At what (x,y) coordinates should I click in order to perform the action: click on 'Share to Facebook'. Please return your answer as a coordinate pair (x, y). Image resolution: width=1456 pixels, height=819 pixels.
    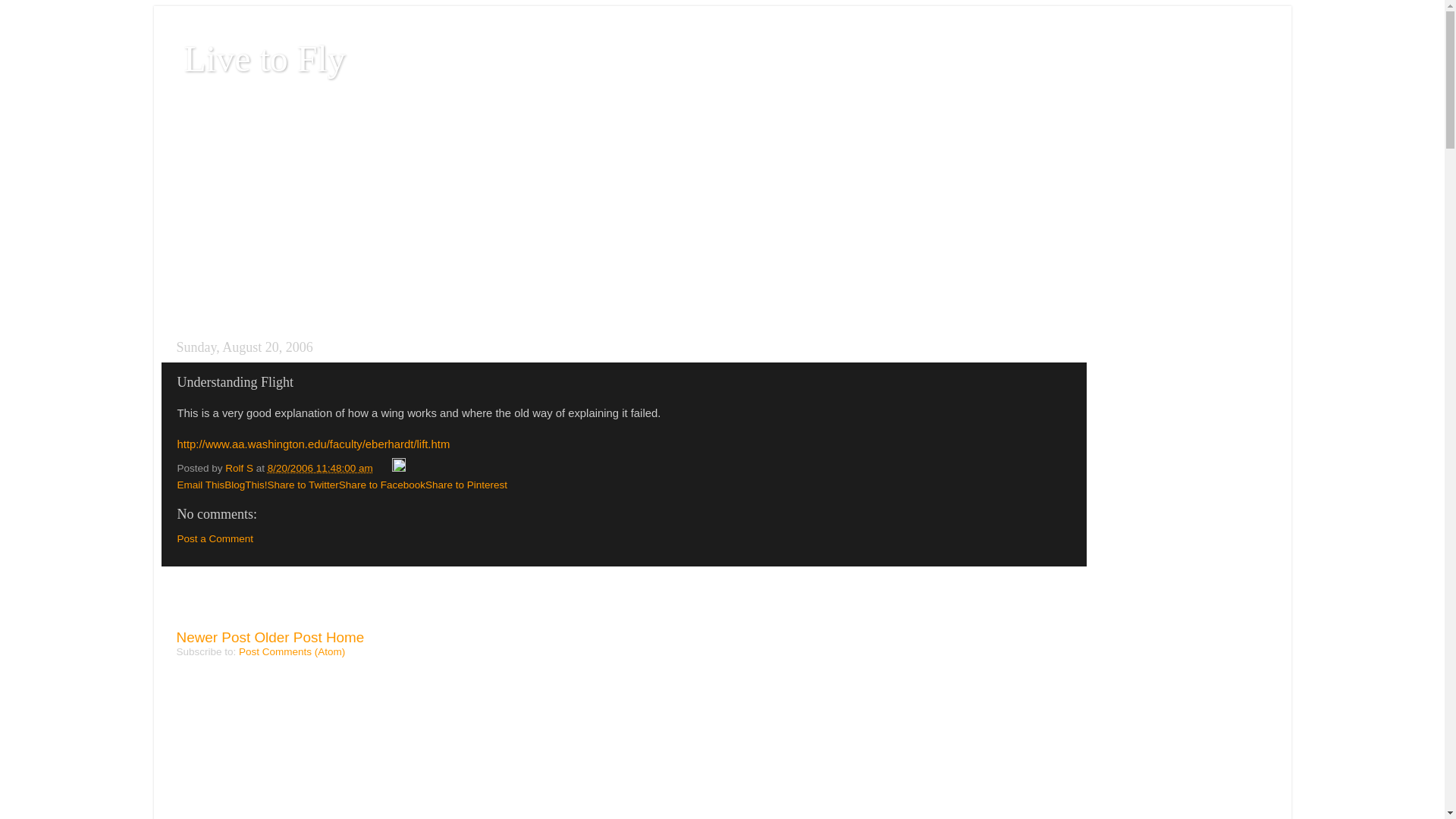
    Looking at the image, I should click on (382, 485).